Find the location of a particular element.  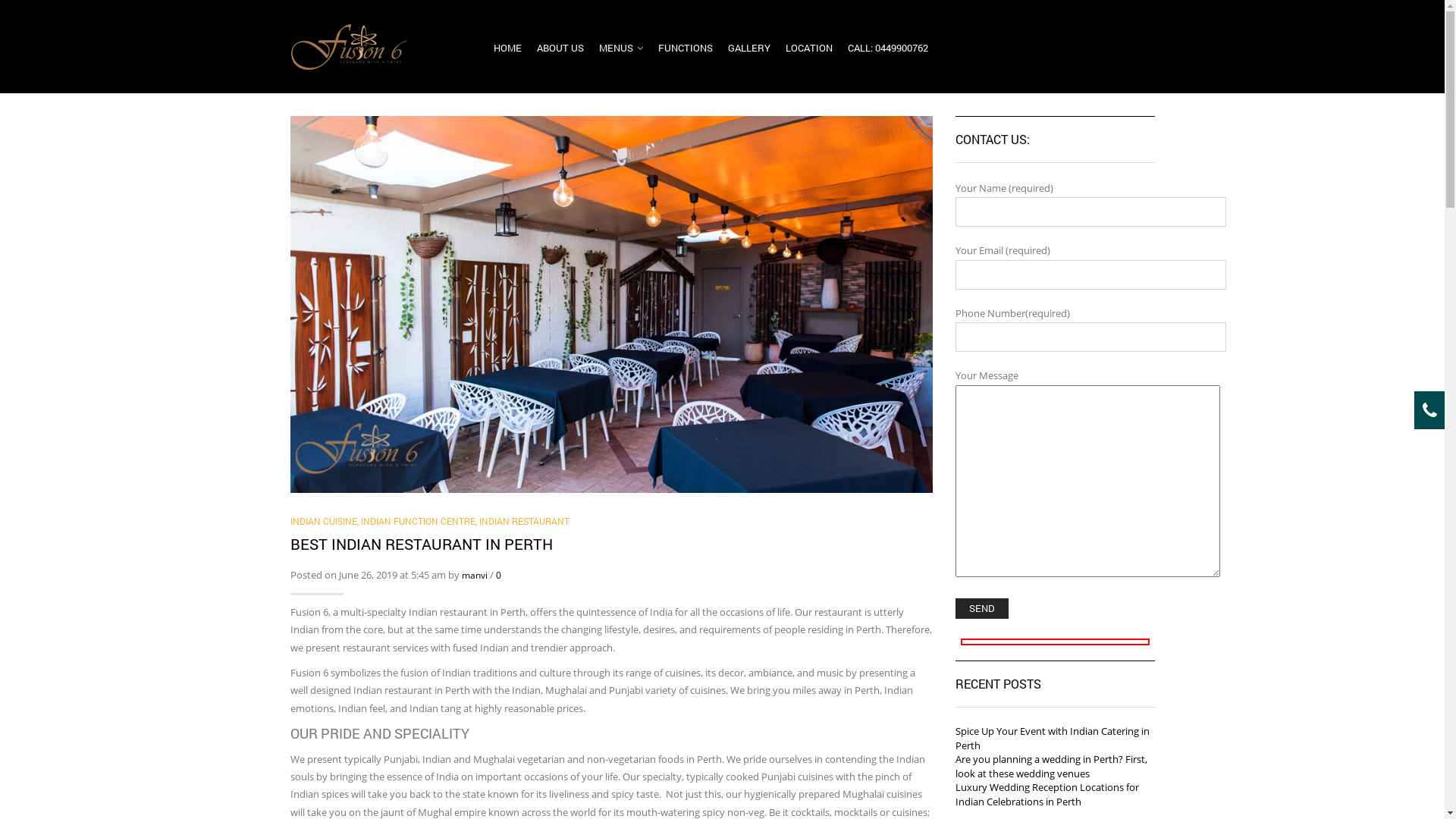

'Spice Up Your Event with Indian Catering in Perth' is located at coordinates (1051, 737).